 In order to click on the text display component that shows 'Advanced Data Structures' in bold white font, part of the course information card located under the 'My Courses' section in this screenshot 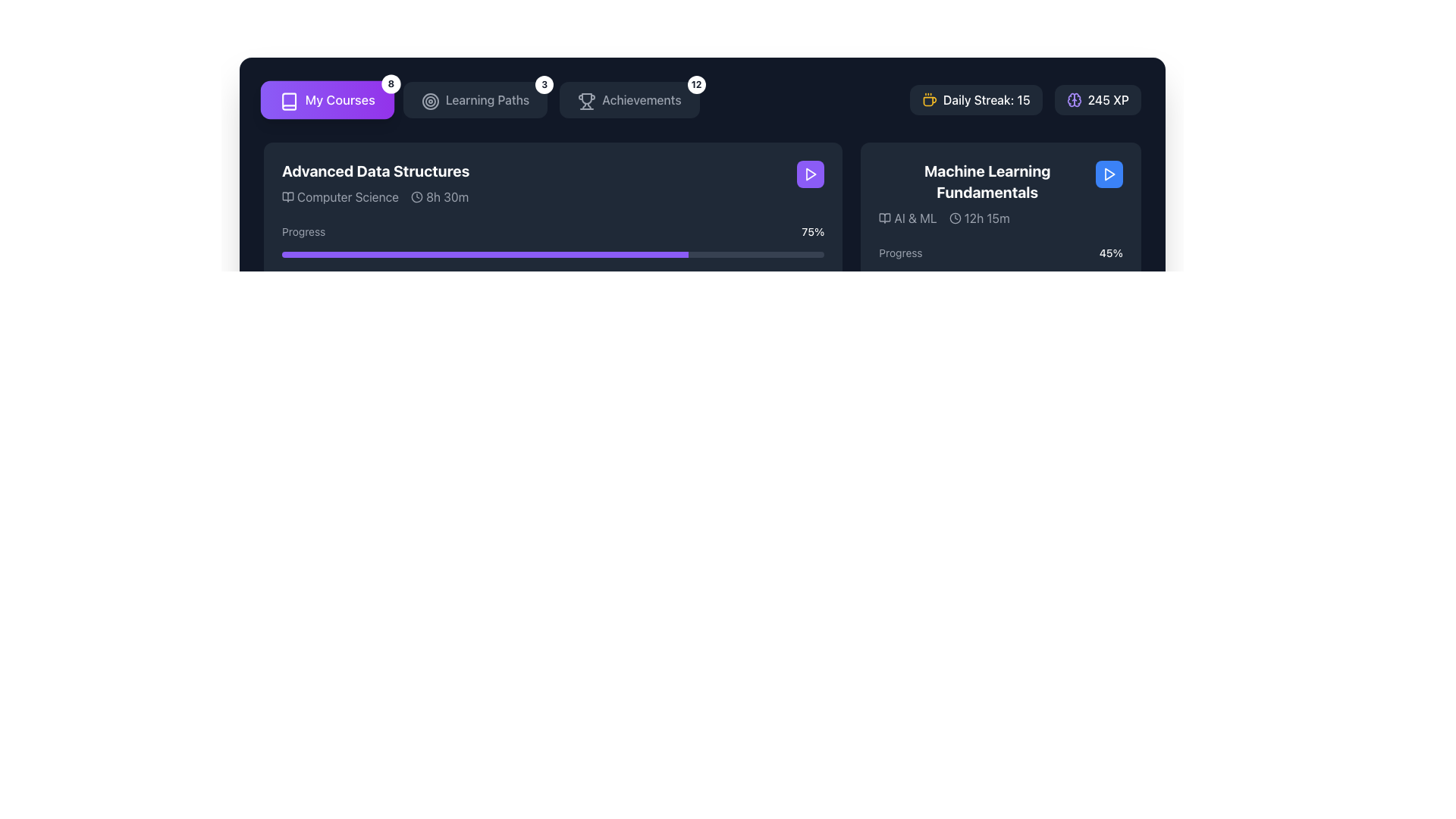, I will do `click(375, 183)`.